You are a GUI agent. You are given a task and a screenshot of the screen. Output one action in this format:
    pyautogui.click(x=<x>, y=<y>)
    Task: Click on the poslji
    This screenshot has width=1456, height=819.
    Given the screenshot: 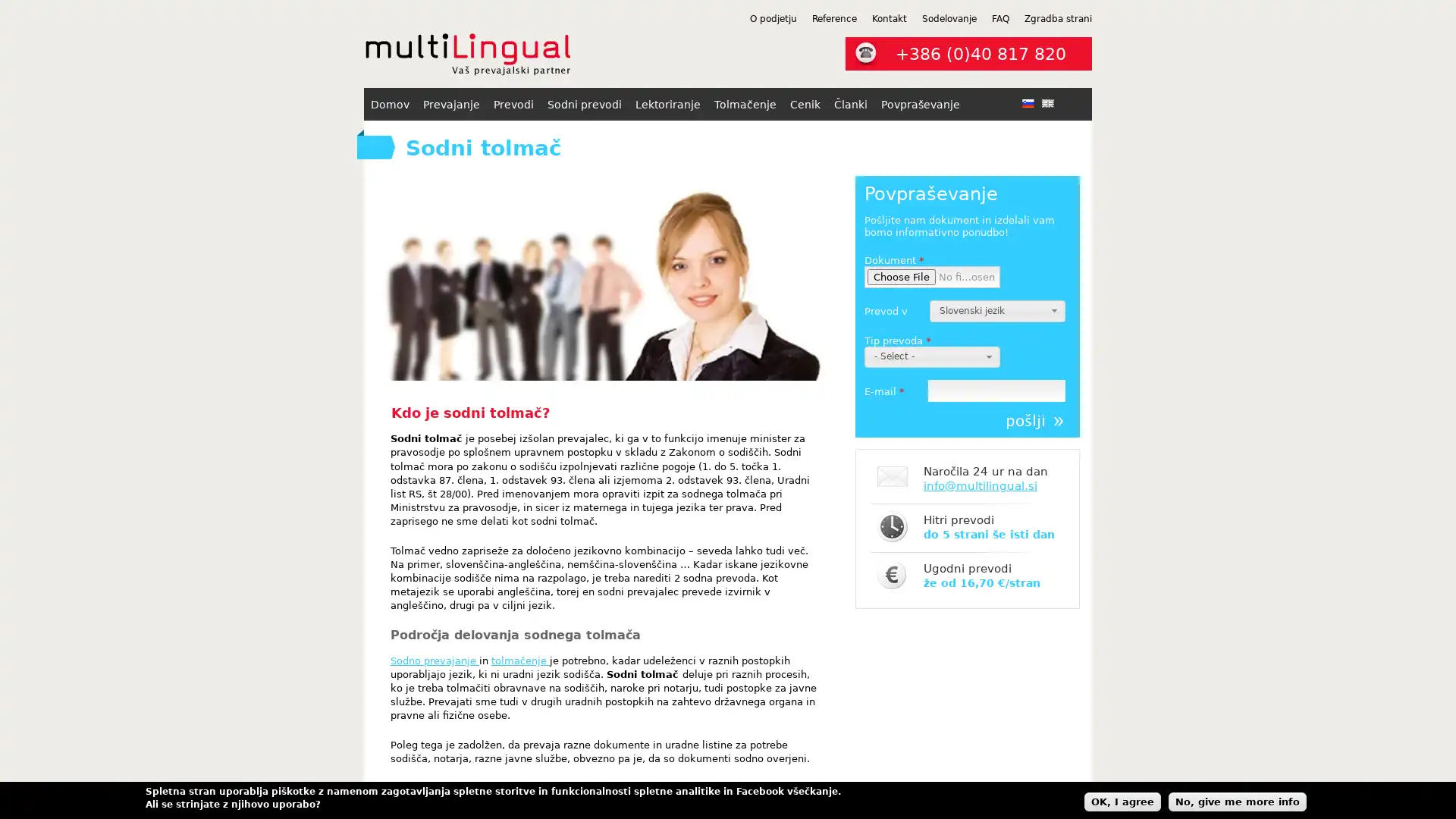 What is the action you would take?
    pyautogui.click(x=1034, y=421)
    